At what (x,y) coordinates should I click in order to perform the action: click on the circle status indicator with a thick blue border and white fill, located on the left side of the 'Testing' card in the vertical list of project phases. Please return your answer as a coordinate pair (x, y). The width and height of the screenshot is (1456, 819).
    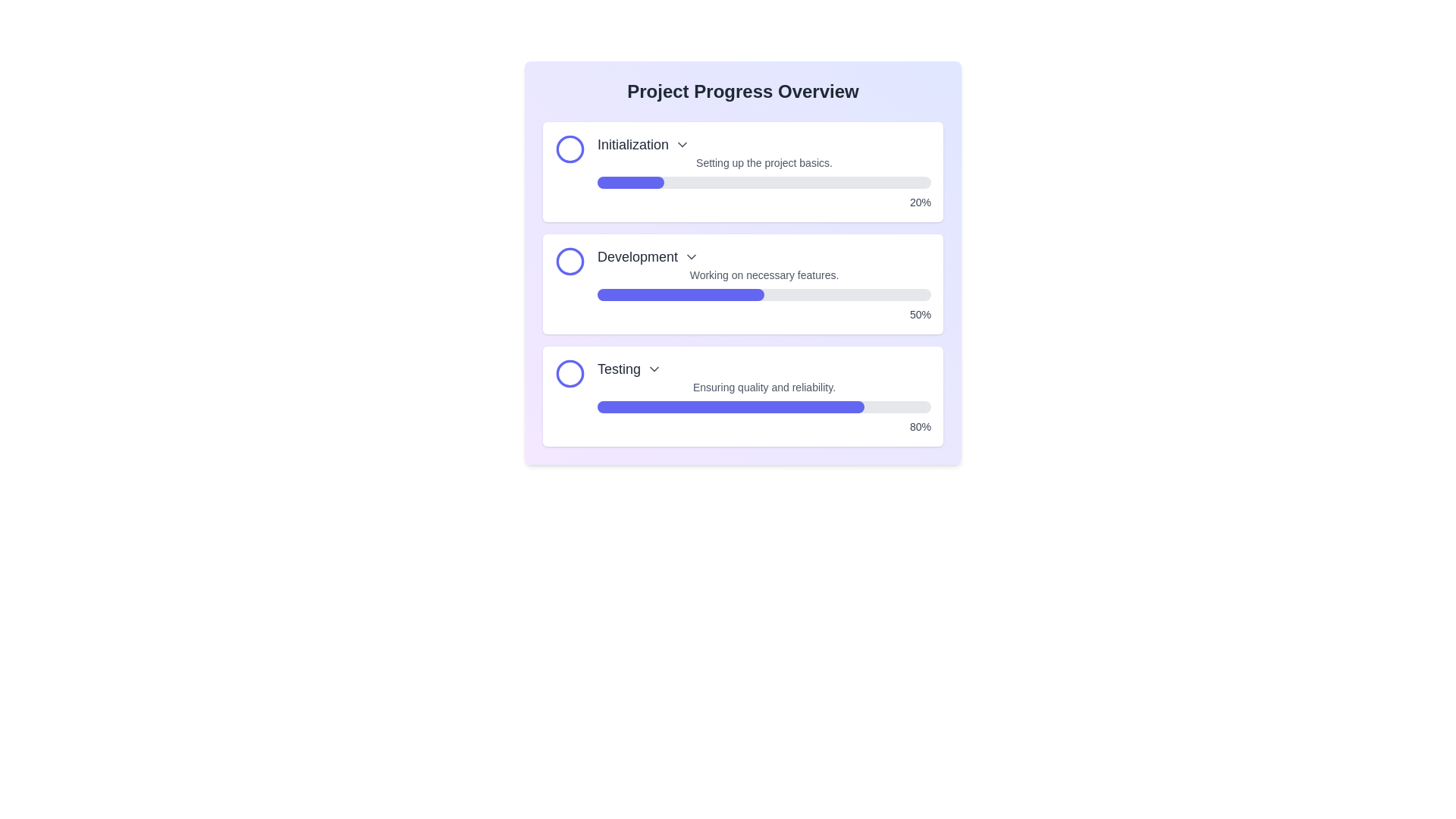
    Looking at the image, I should click on (570, 374).